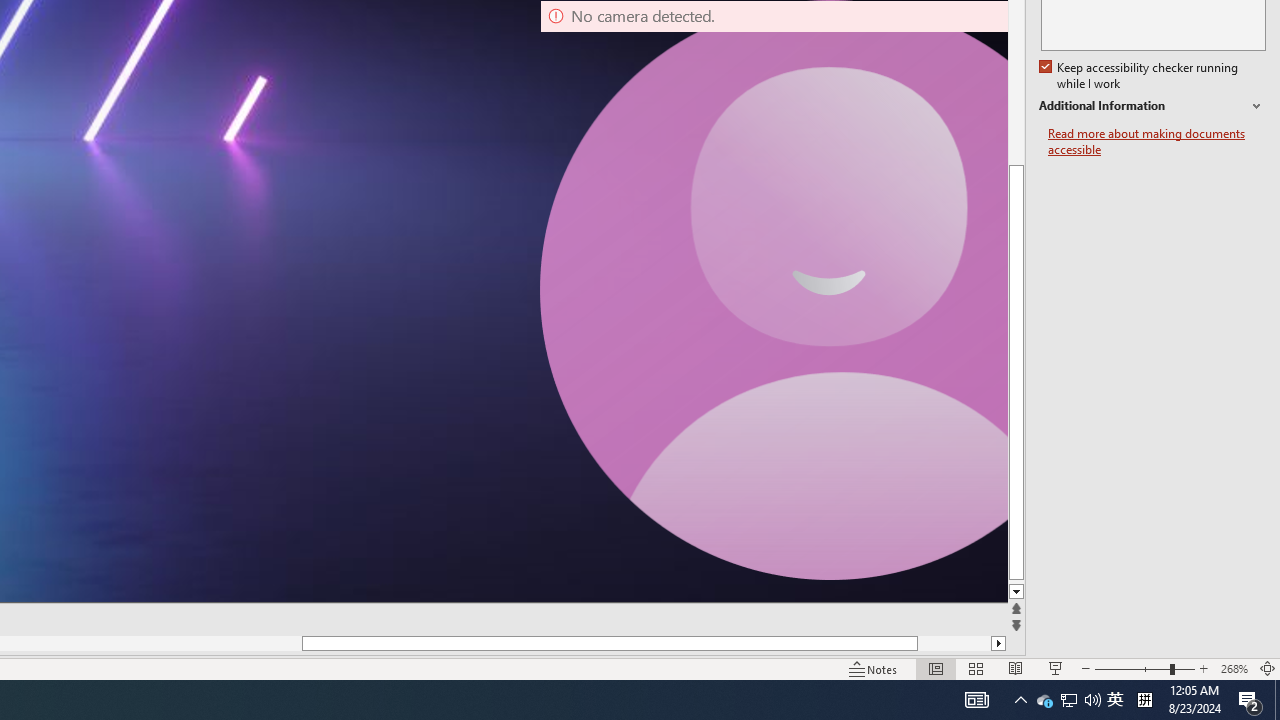 The height and width of the screenshot is (720, 1280). What do you see at coordinates (976, 669) in the screenshot?
I see `'Slide Sorter'` at bounding box center [976, 669].